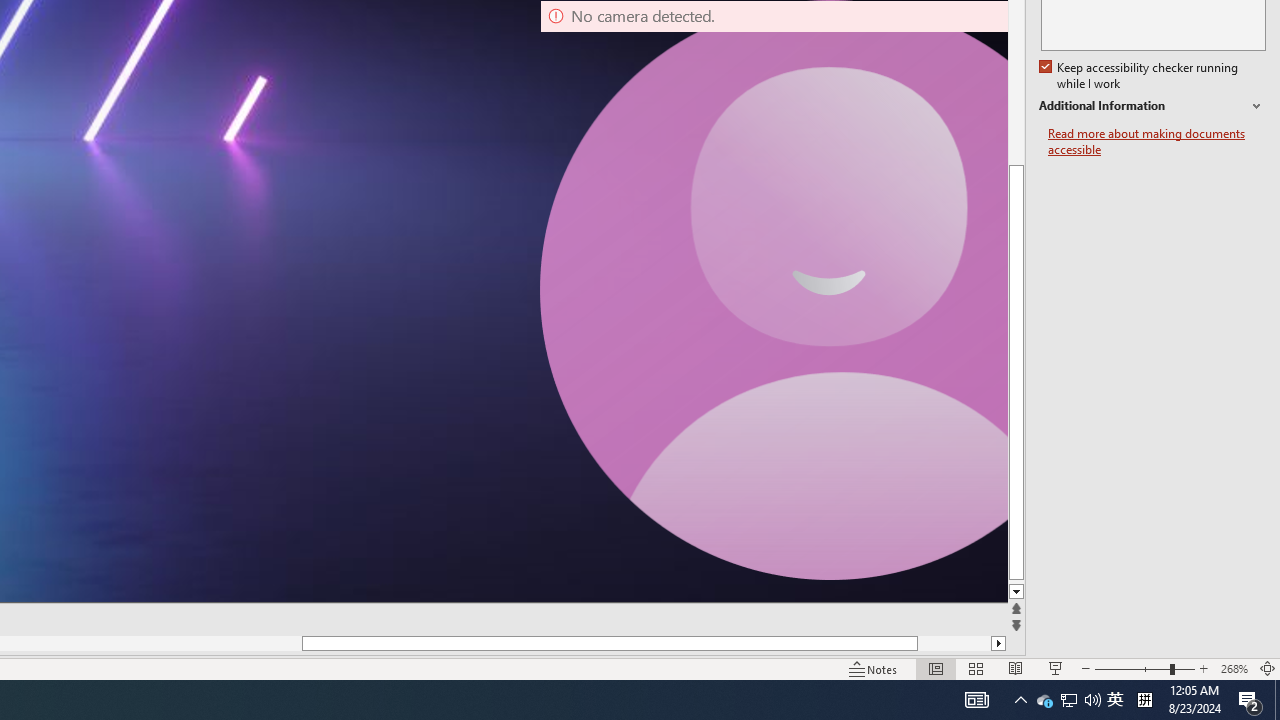 The height and width of the screenshot is (720, 1280). What do you see at coordinates (976, 669) in the screenshot?
I see `'Slide Sorter'` at bounding box center [976, 669].